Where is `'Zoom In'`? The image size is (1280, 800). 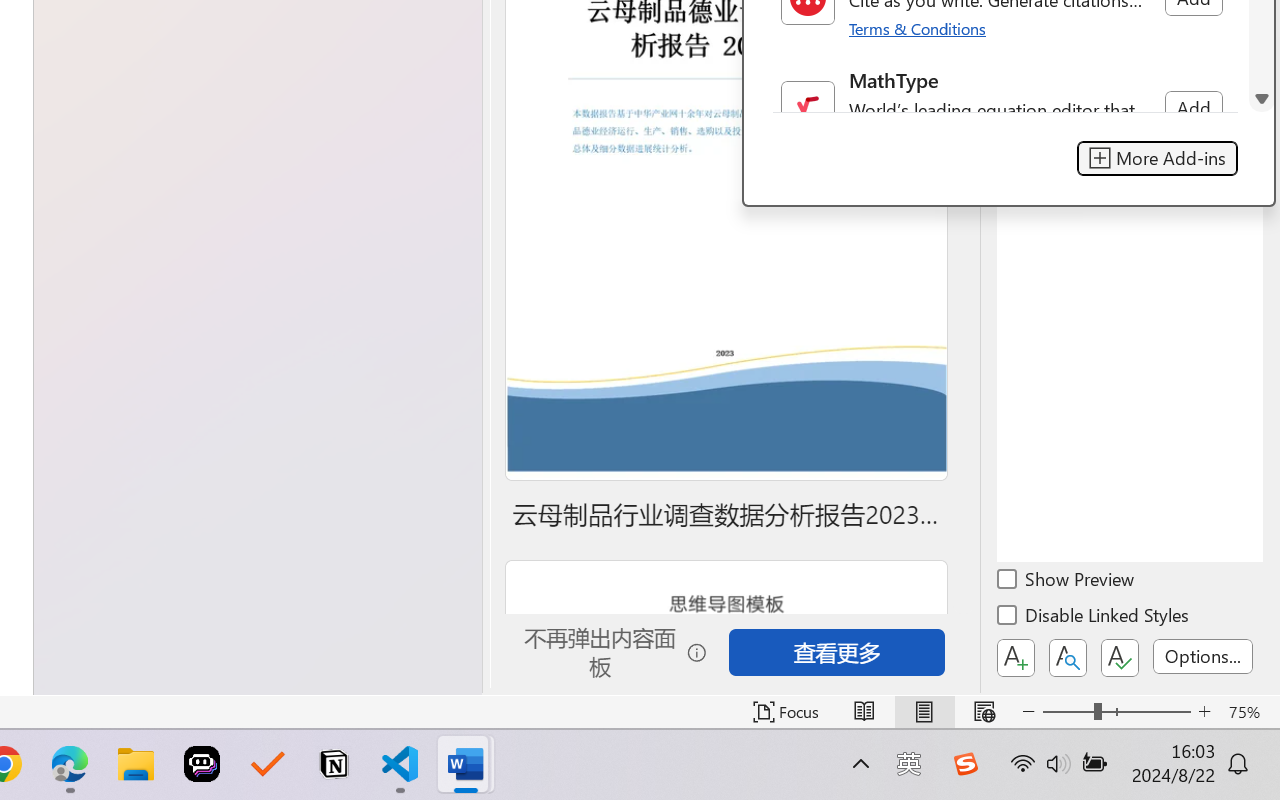
'Zoom In' is located at coordinates (1204, 711).